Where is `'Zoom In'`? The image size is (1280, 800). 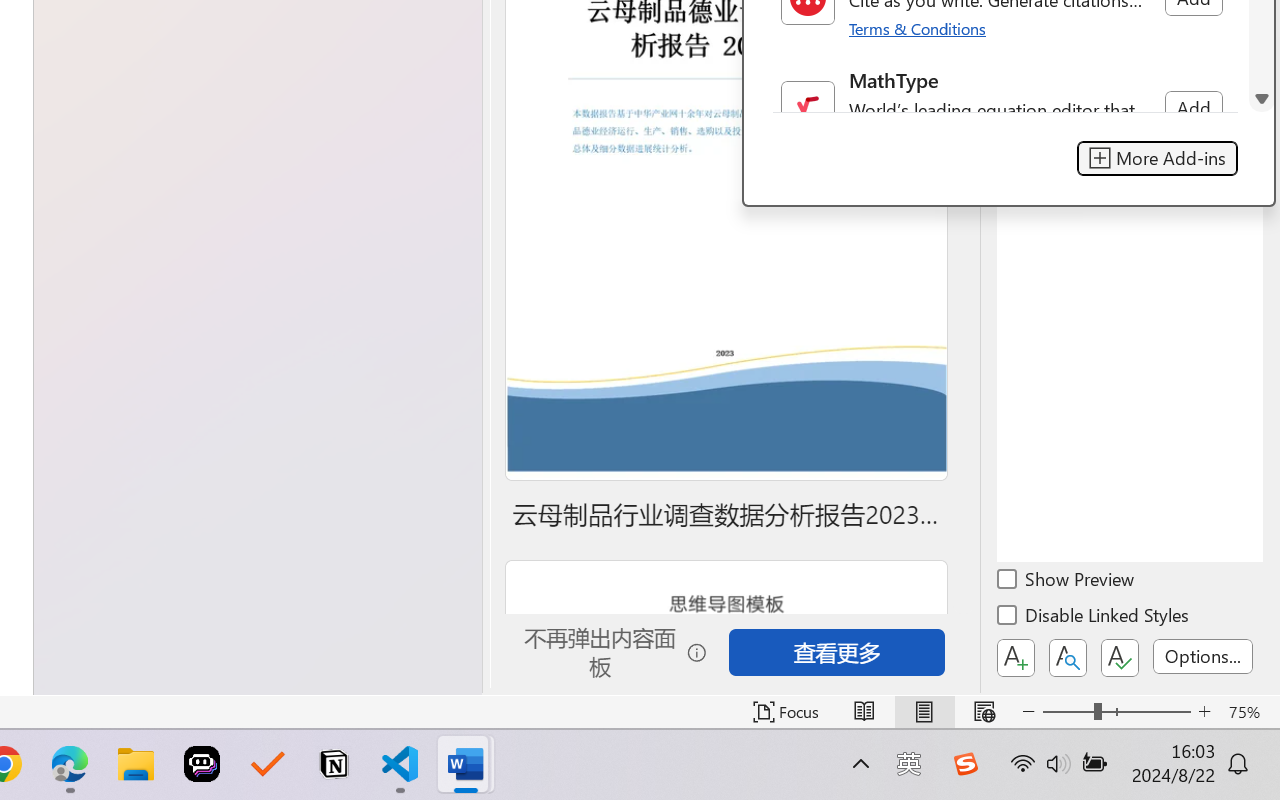
'Zoom In' is located at coordinates (1204, 711).